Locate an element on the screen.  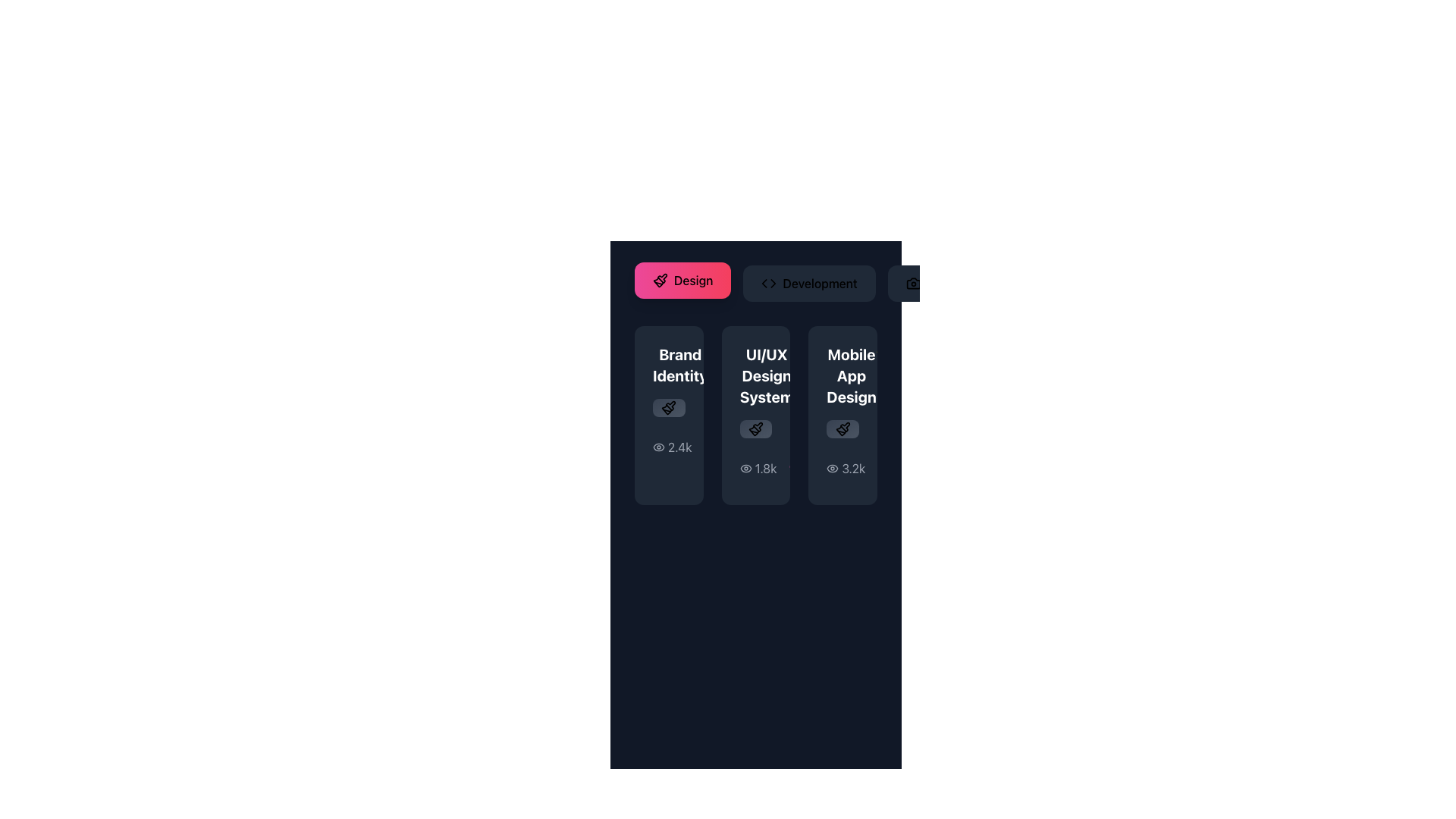
the camera icon vector graphic in the top bar, which has a thin black outline on a dark background is located at coordinates (912, 284).